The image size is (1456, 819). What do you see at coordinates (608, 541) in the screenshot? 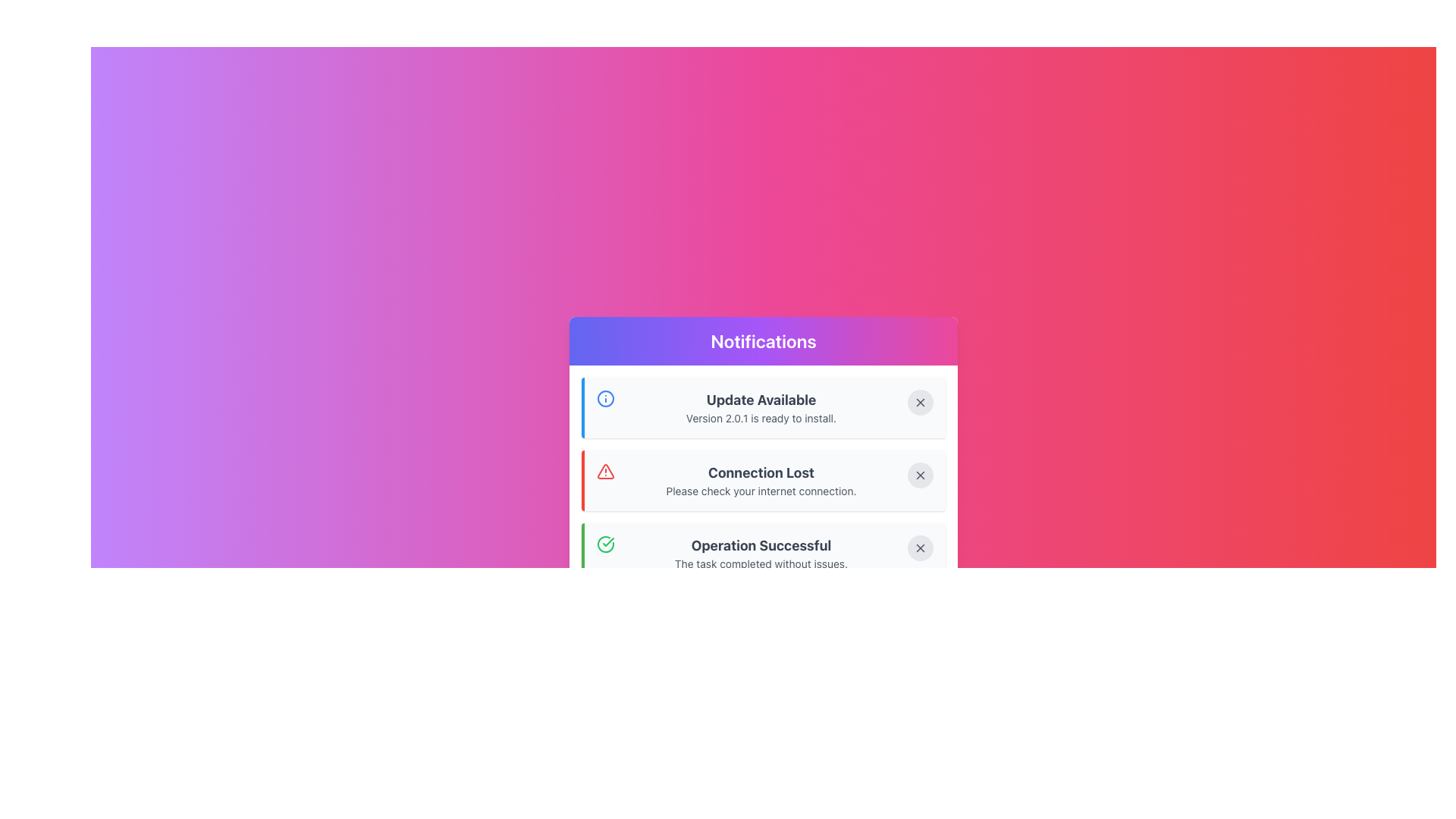
I see `the checkmark icon within the green-bordered circle located in the top-right area of the 'Operation Successful' notification module` at bounding box center [608, 541].